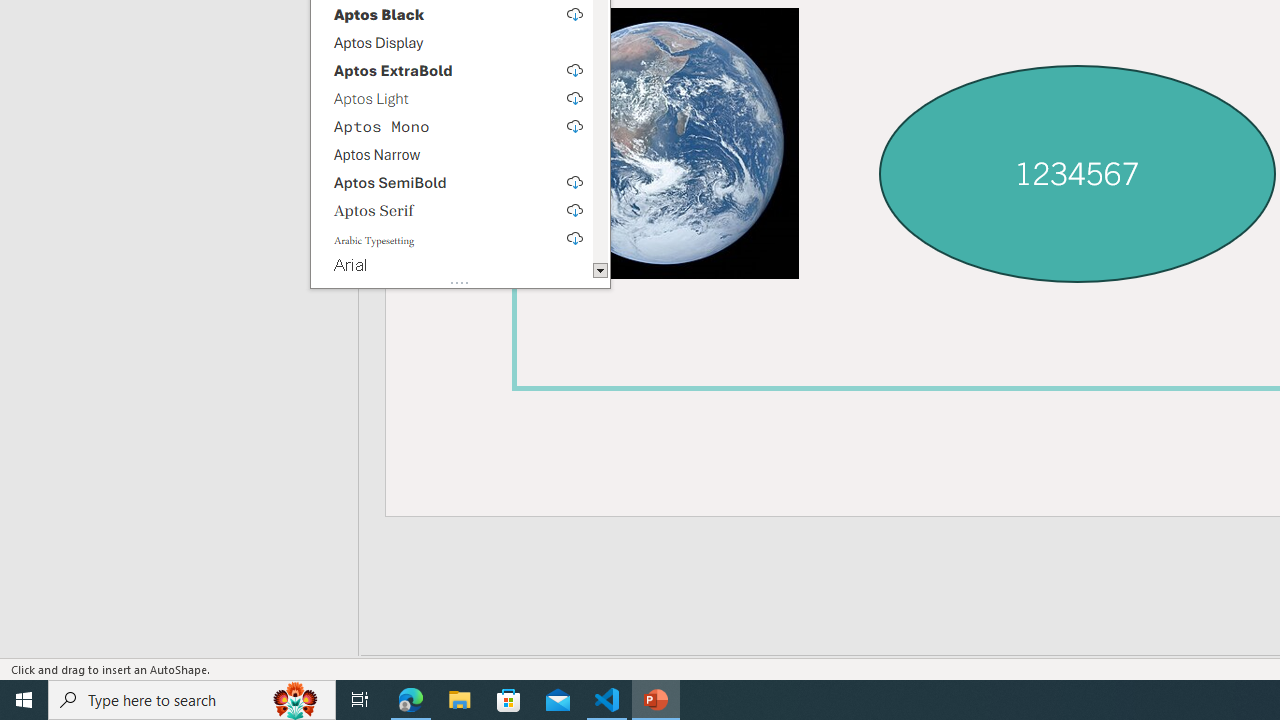 The height and width of the screenshot is (720, 1280). Describe the element at coordinates (450, 209) in the screenshot. I see `'Aptos Serif, select to download'` at that location.